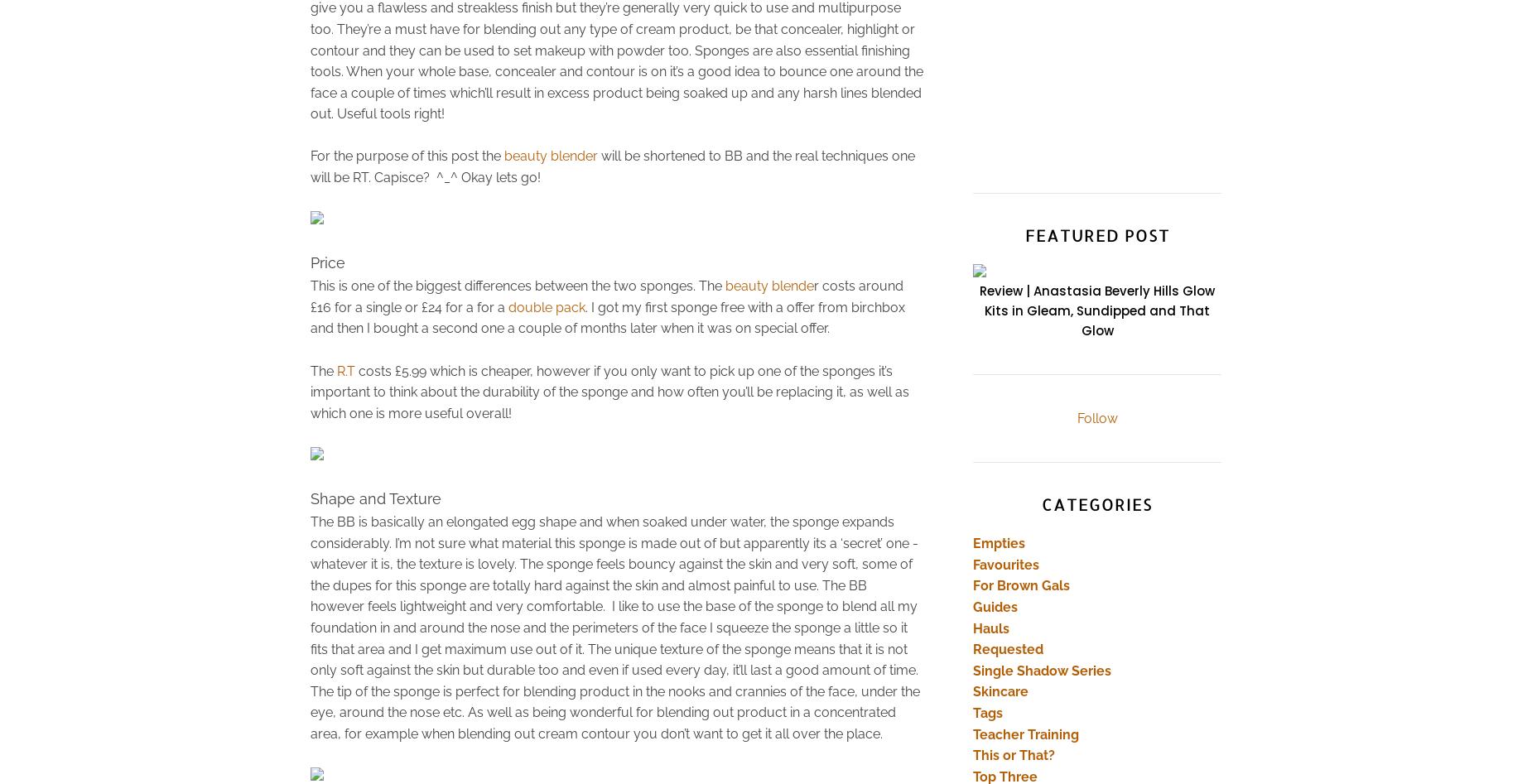 The image size is (1532, 784). What do you see at coordinates (1007, 649) in the screenshot?
I see `'Requested'` at bounding box center [1007, 649].